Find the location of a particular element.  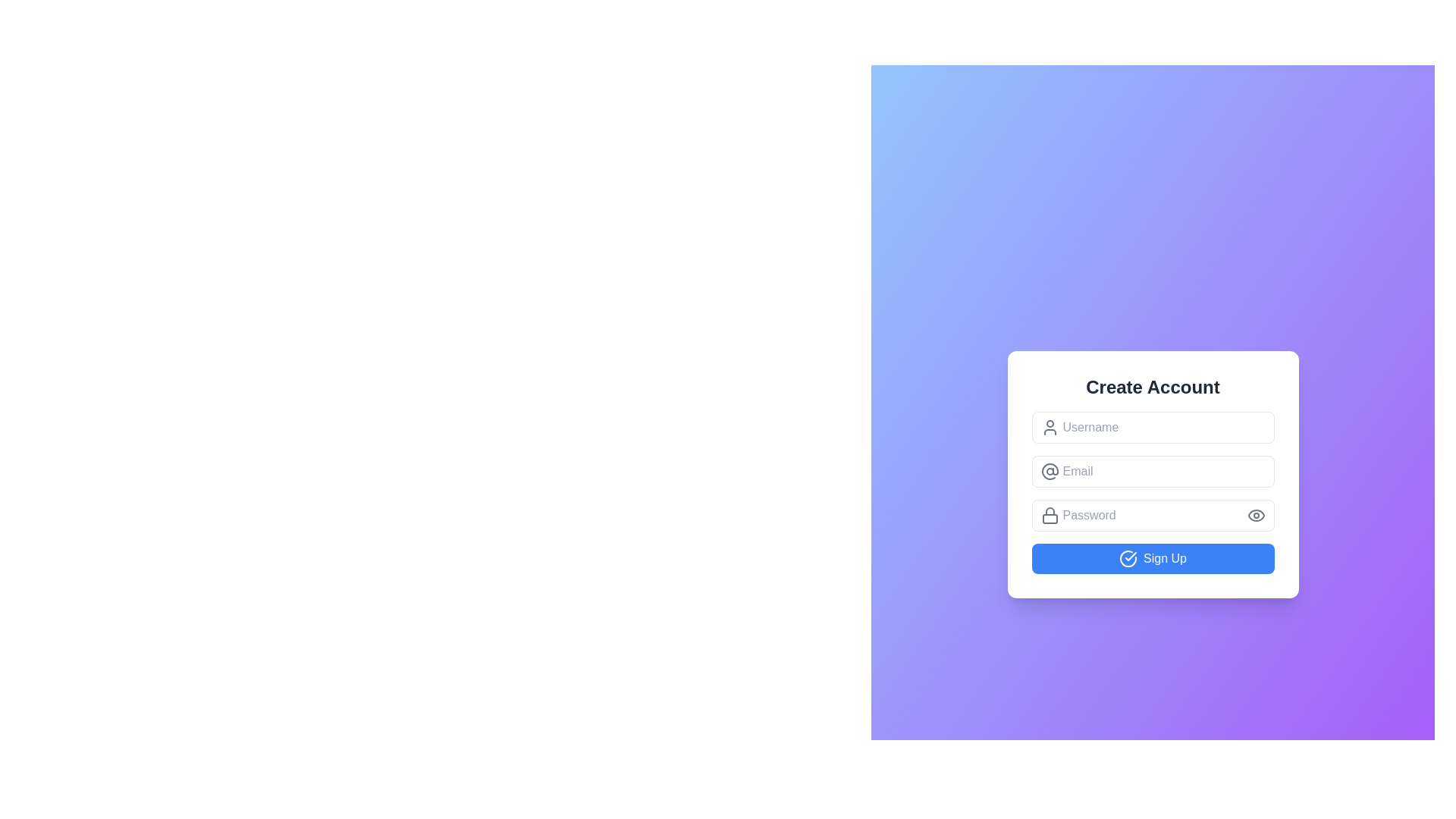

the blue 'Sign Up' button with a white checkmark icon is located at coordinates (1153, 558).